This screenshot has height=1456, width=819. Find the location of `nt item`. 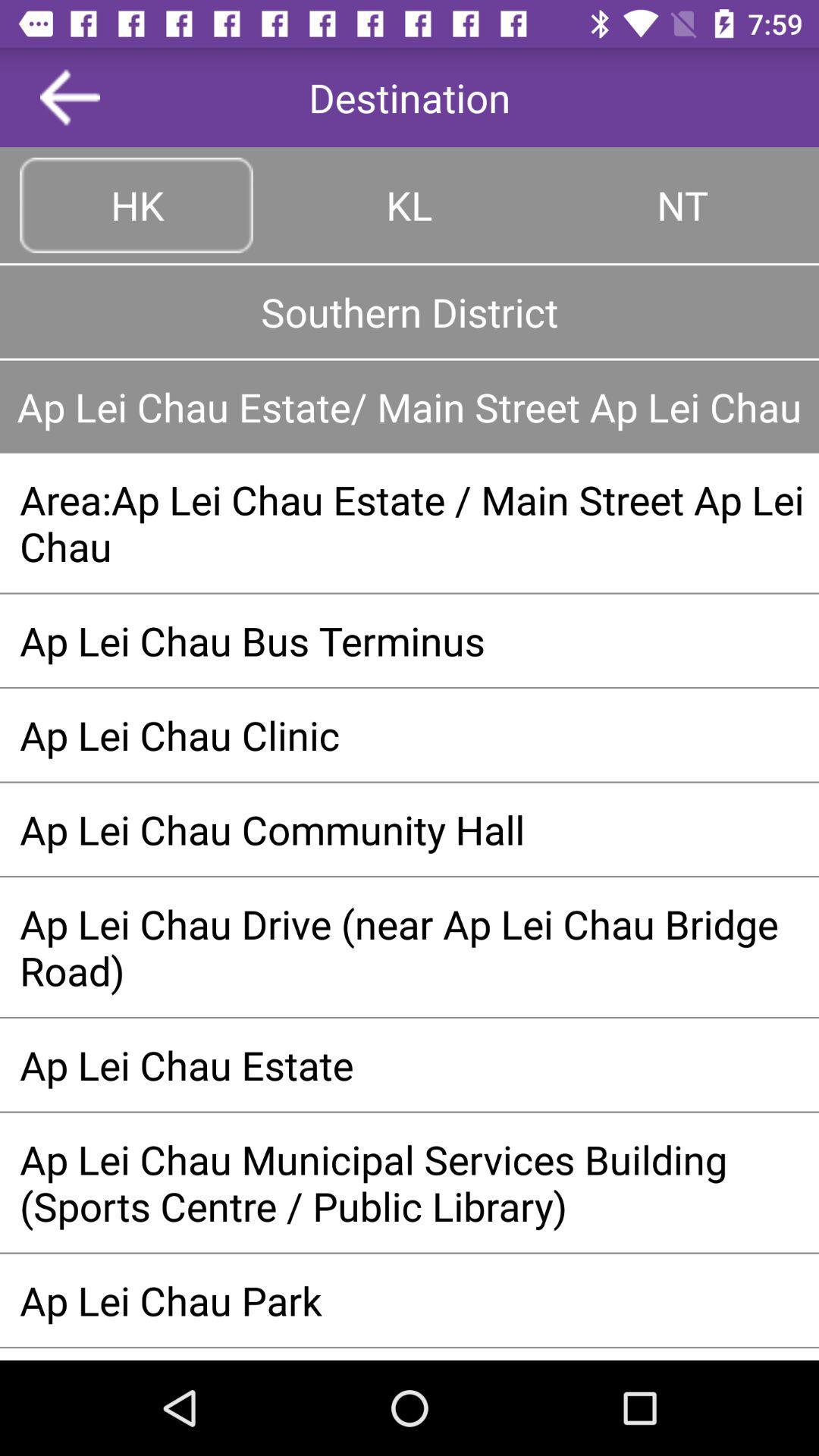

nt item is located at coordinates (681, 204).